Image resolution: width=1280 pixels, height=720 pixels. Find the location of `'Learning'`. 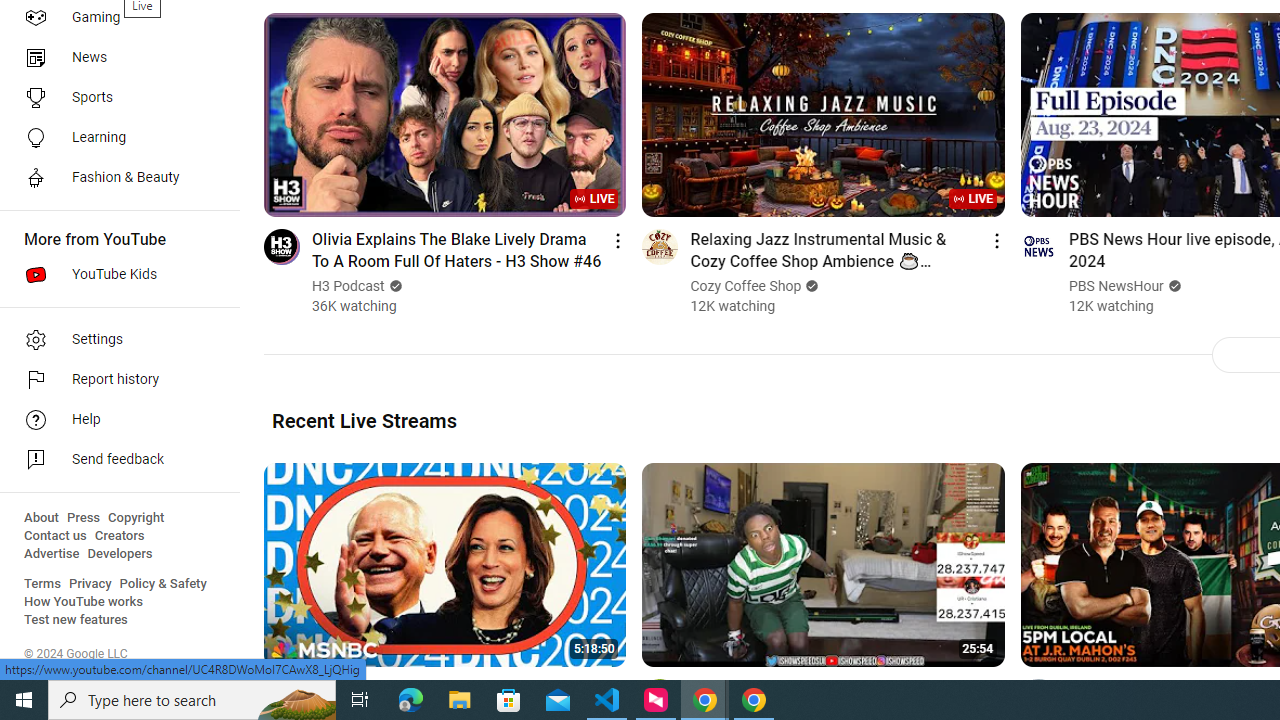

'Learning' is located at coordinates (112, 136).